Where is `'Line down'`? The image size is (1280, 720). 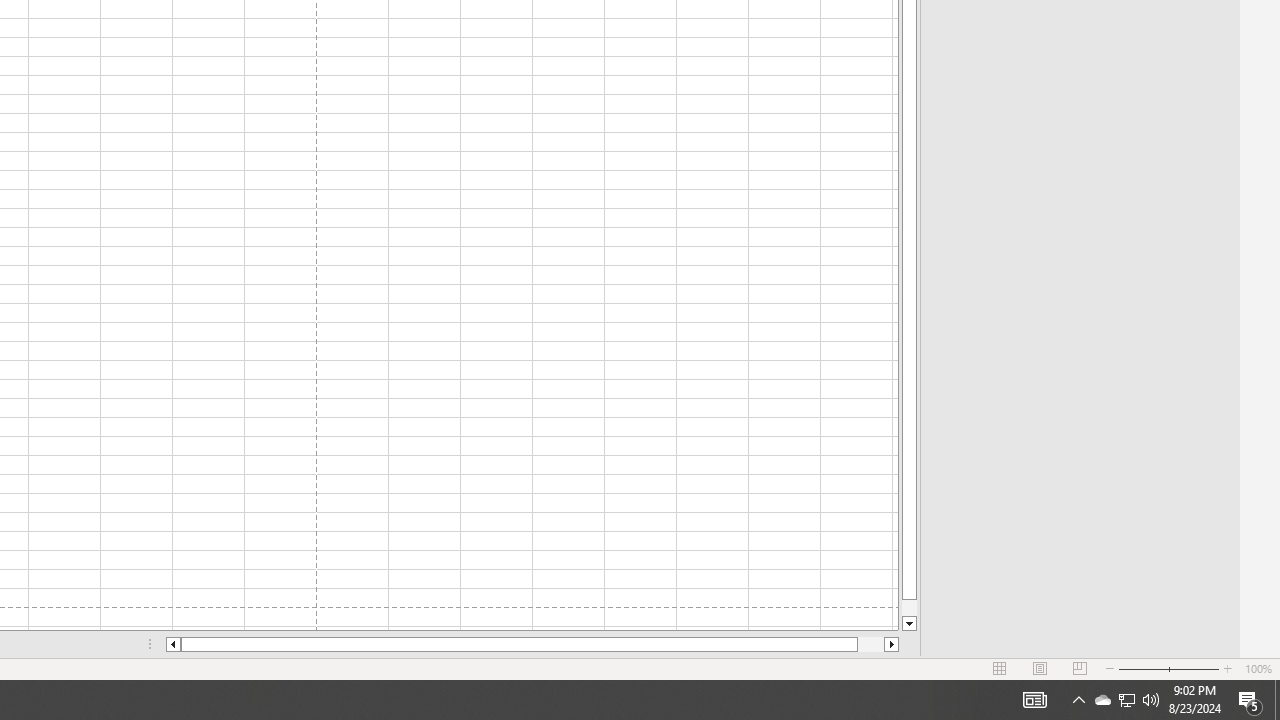
'Line down' is located at coordinates (908, 623).